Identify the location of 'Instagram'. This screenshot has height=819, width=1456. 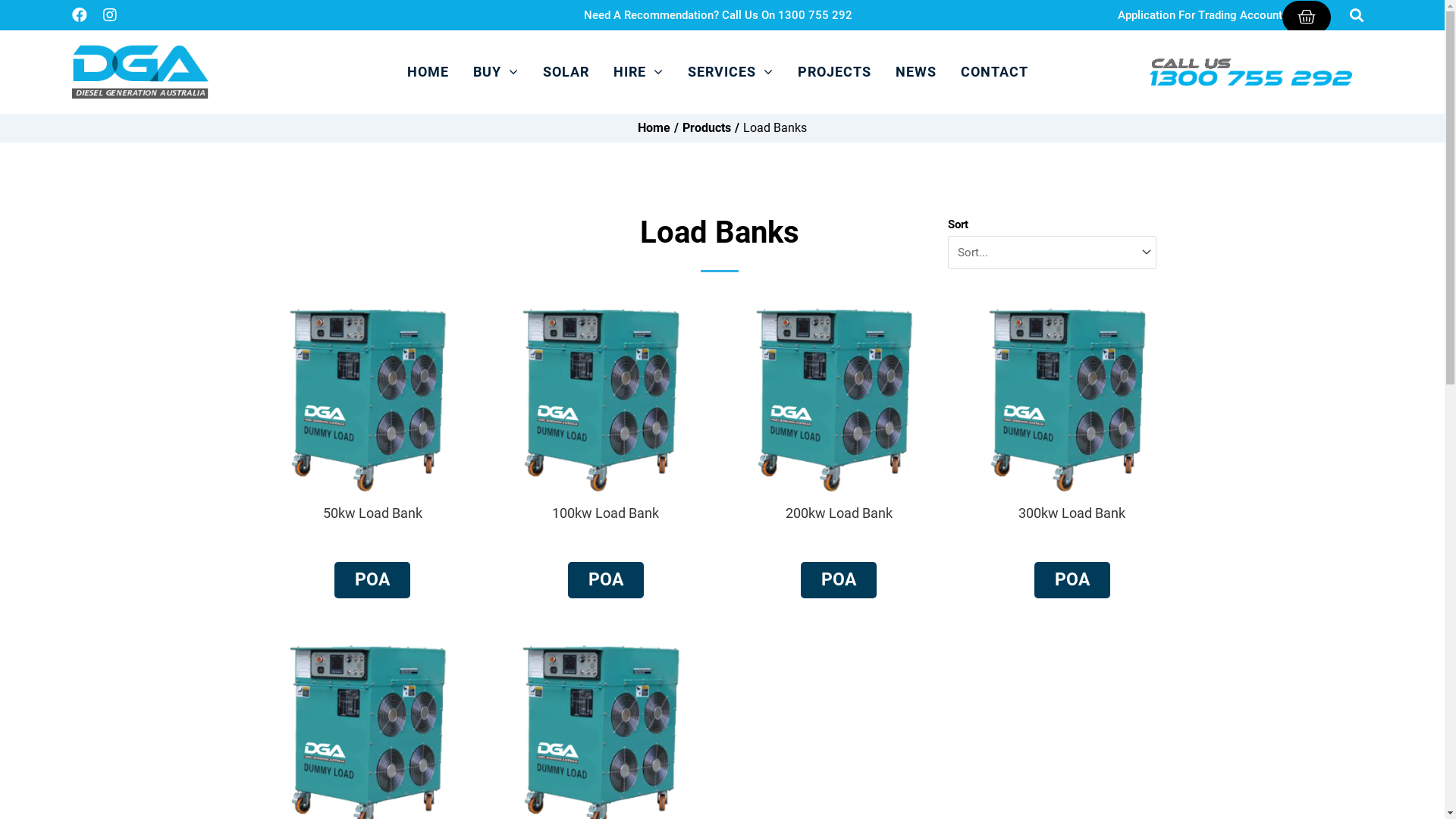
(108, 14).